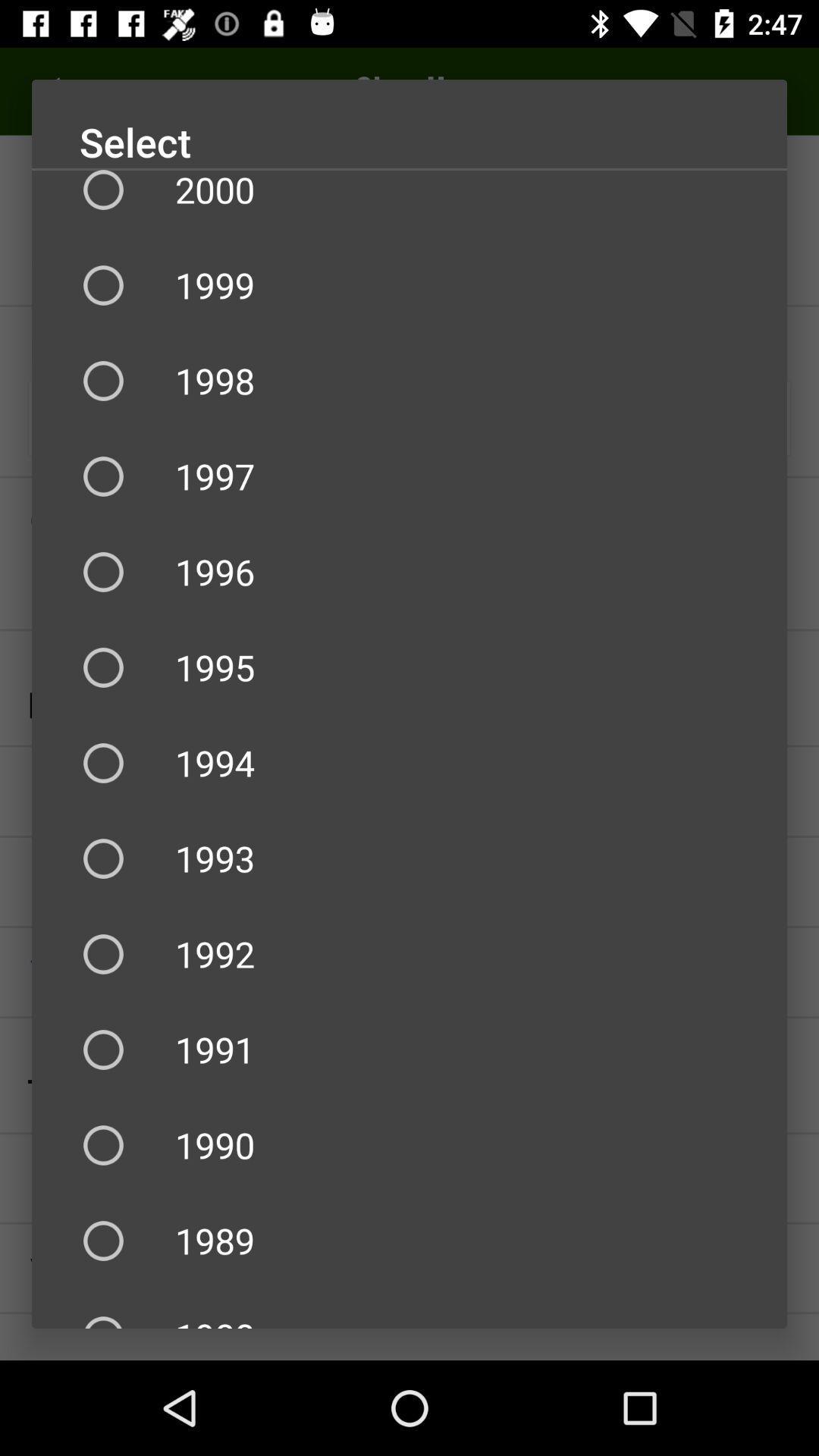 The width and height of the screenshot is (819, 1456). I want to click on 1996 item, so click(409, 571).